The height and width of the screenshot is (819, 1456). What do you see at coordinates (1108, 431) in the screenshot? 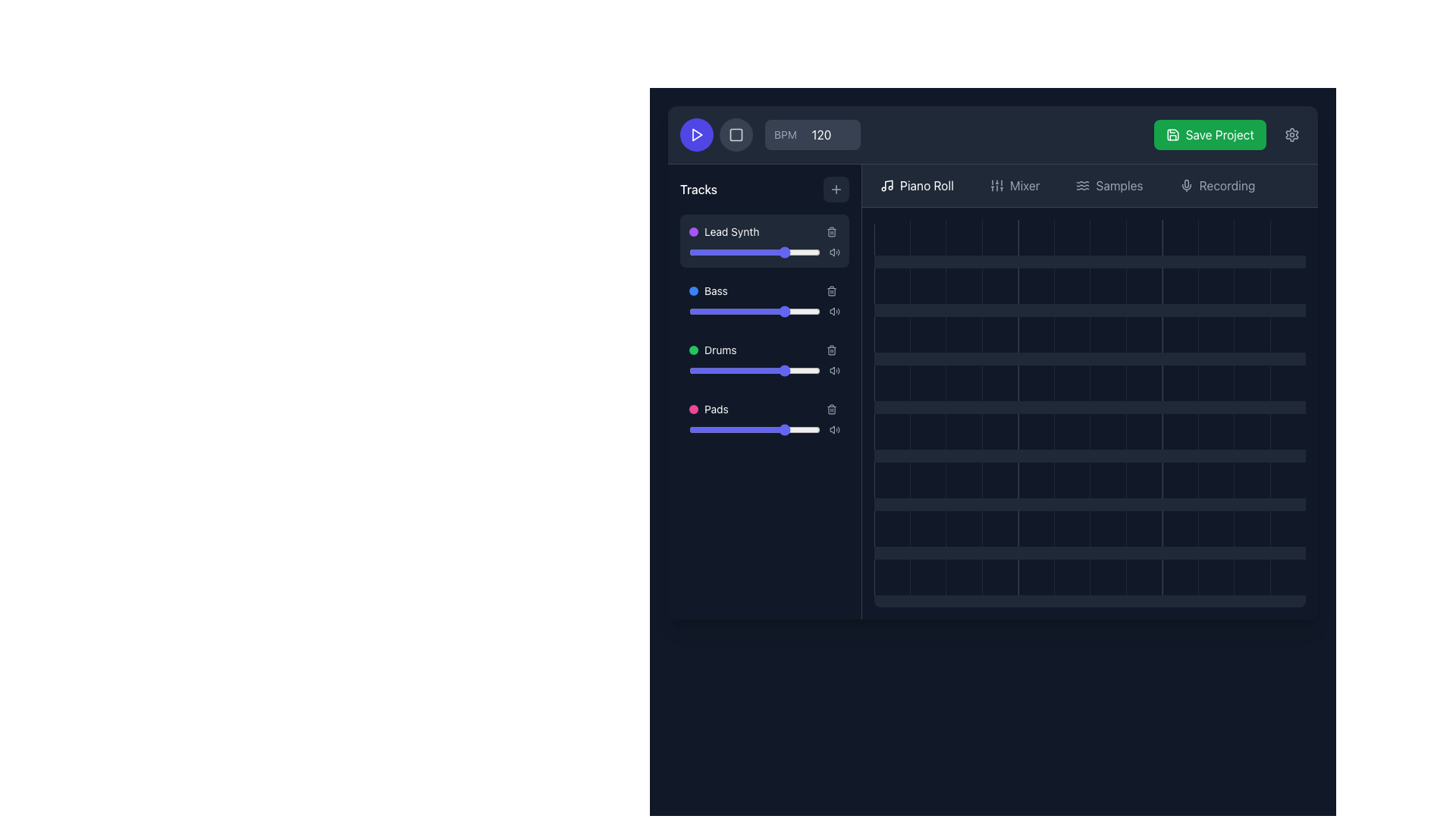
I see `the grid cell element located at the 8th column and 5th row of the grid in the piano roll interface` at bounding box center [1108, 431].